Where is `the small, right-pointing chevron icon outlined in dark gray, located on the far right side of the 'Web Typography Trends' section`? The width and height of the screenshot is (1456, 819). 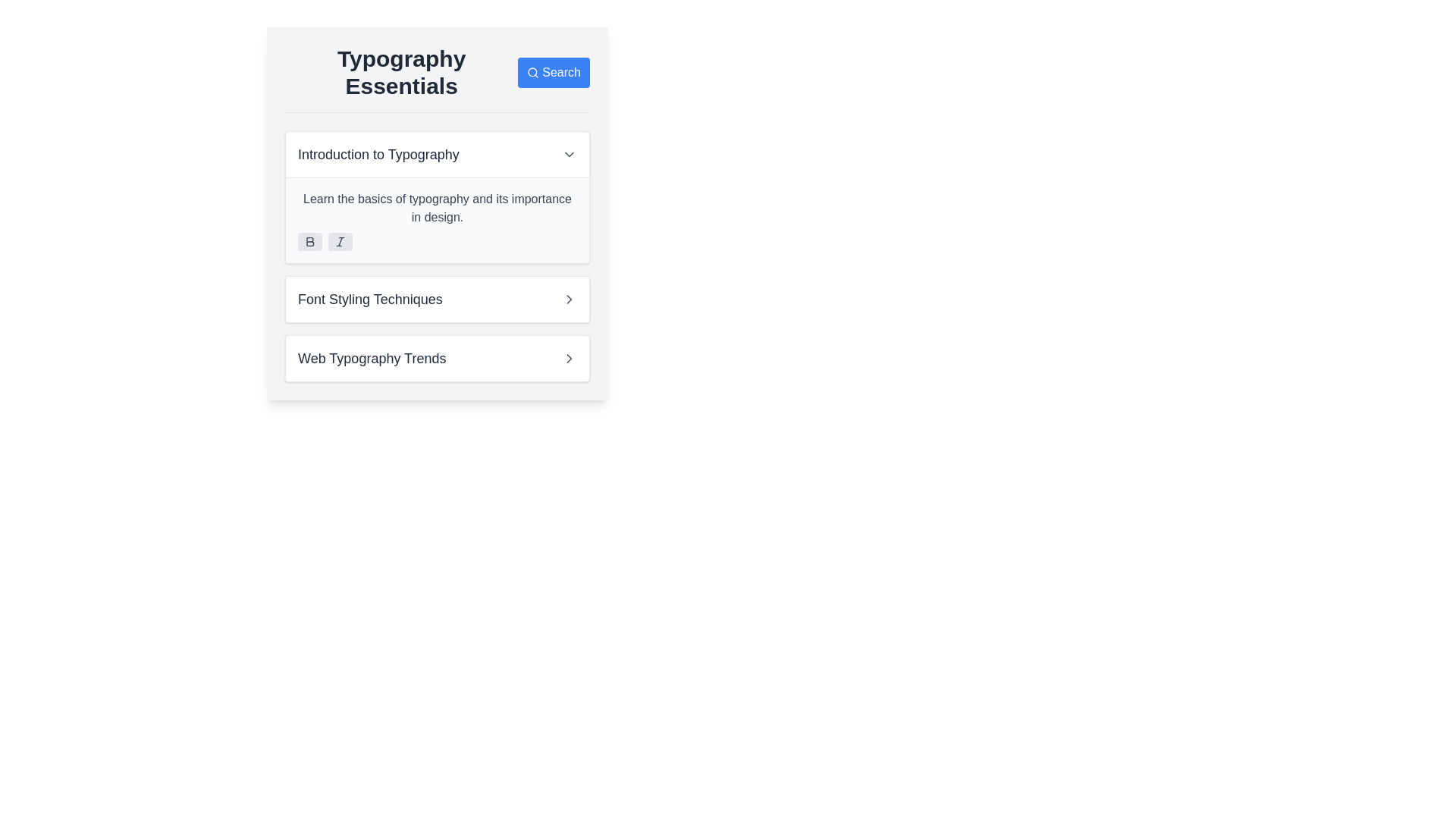
the small, right-pointing chevron icon outlined in dark gray, located on the far right side of the 'Web Typography Trends' section is located at coordinates (568, 359).